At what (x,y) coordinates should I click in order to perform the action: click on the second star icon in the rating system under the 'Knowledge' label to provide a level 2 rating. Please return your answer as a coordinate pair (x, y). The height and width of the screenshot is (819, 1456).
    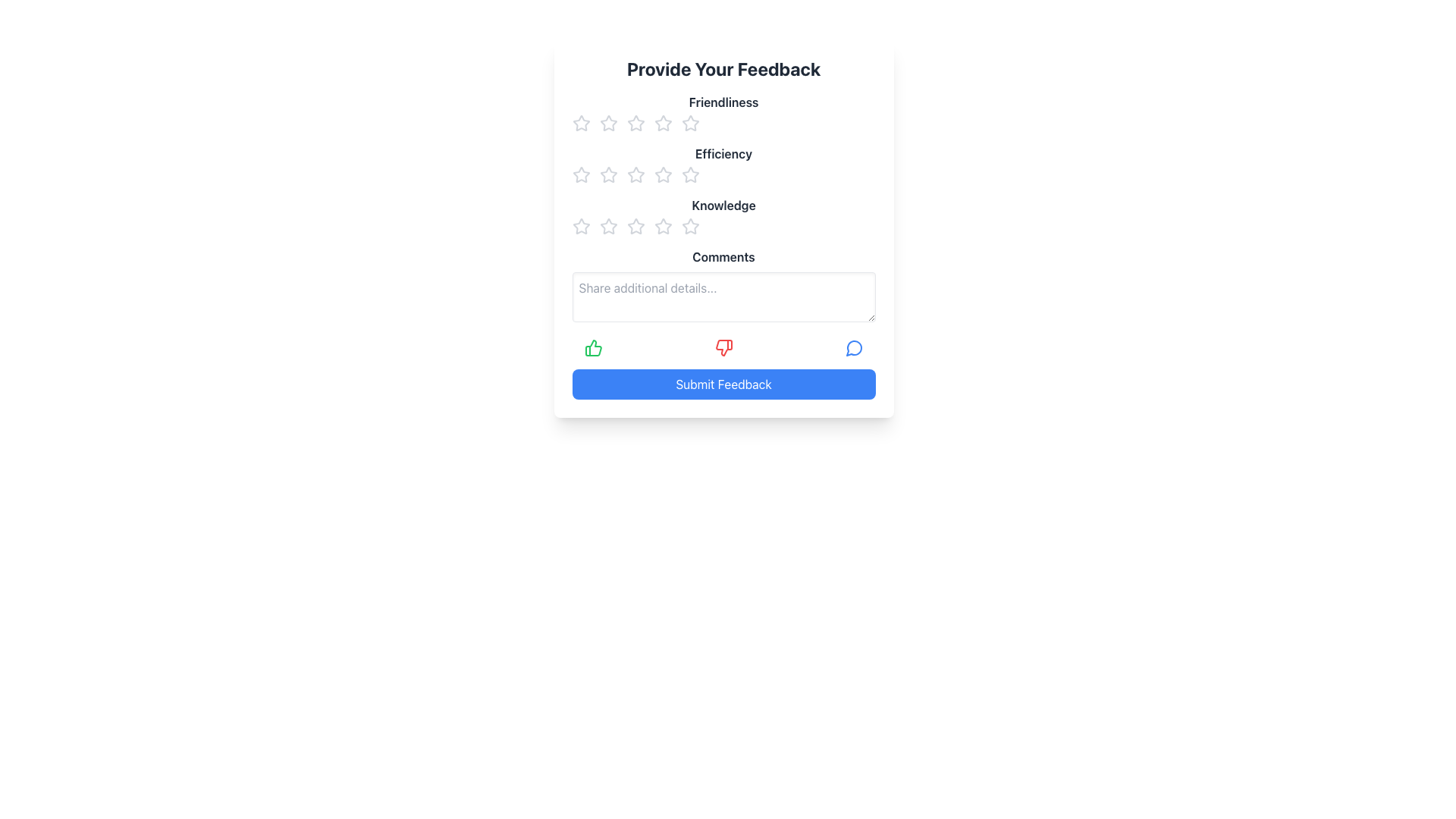
    Looking at the image, I should click on (580, 225).